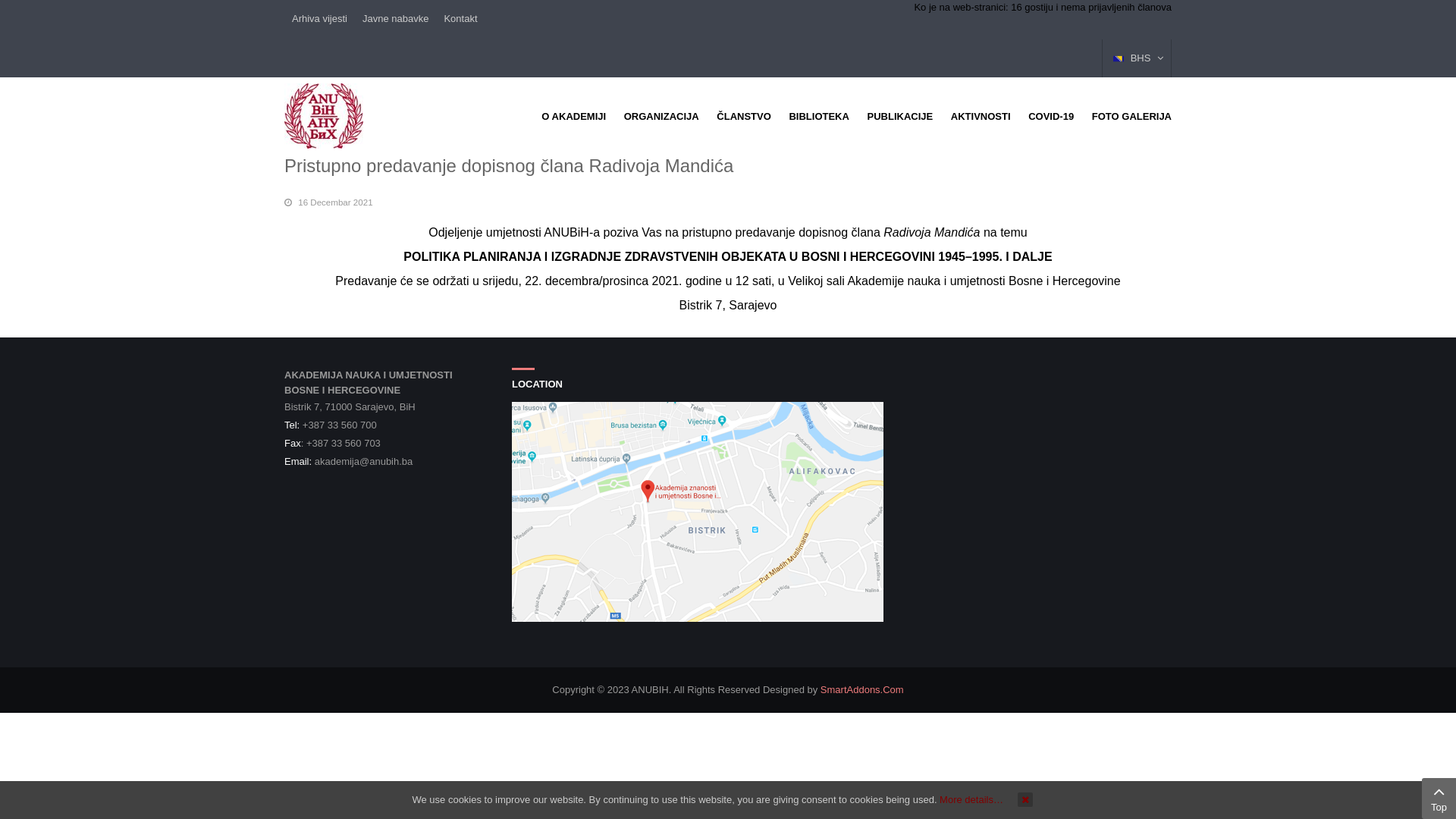 This screenshot has width=1456, height=819. What do you see at coordinates (435, 18) in the screenshot?
I see `'Kontakt'` at bounding box center [435, 18].